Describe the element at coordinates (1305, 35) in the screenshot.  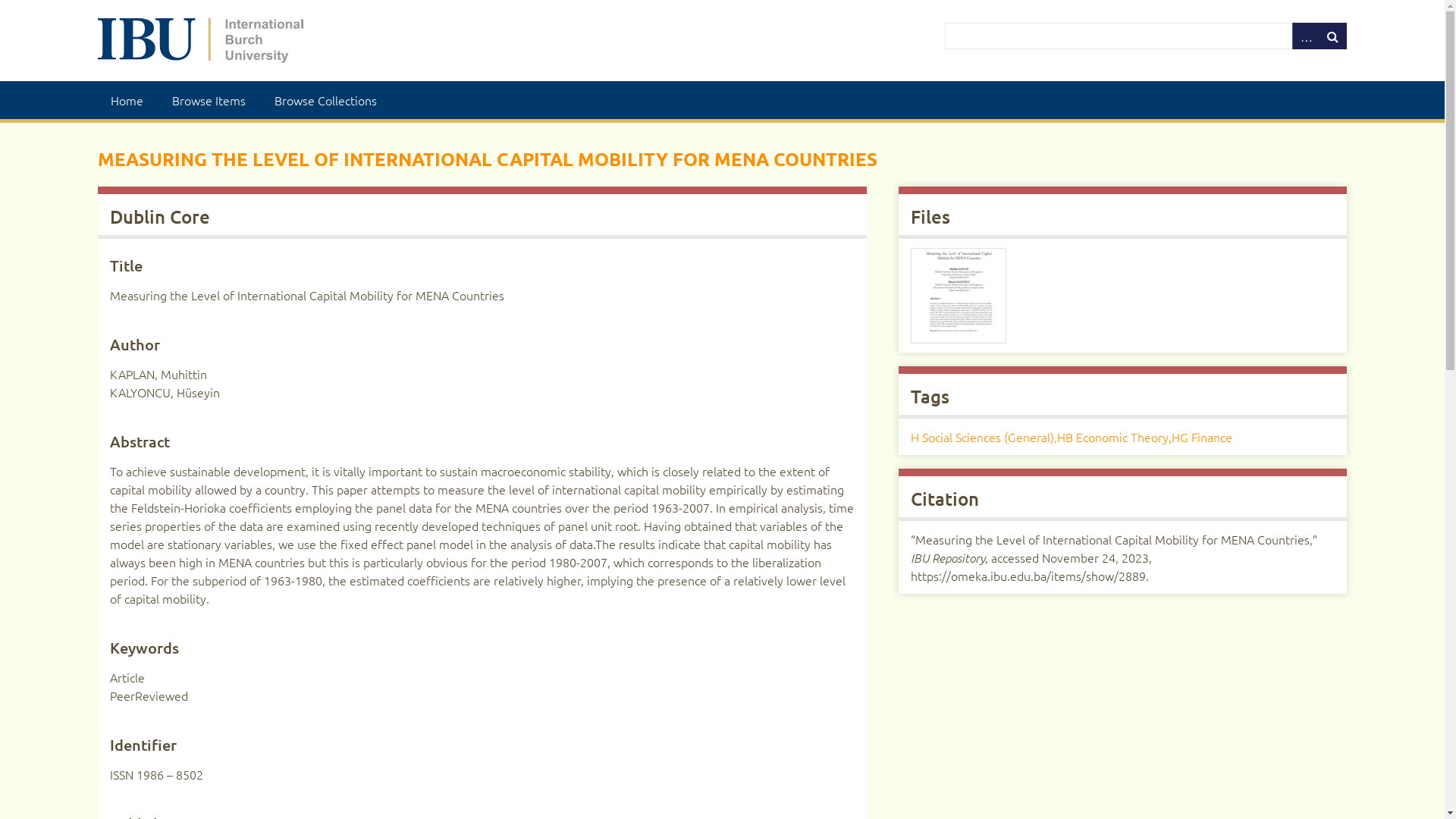
I see `'ADVANCED SEARCH'` at that location.